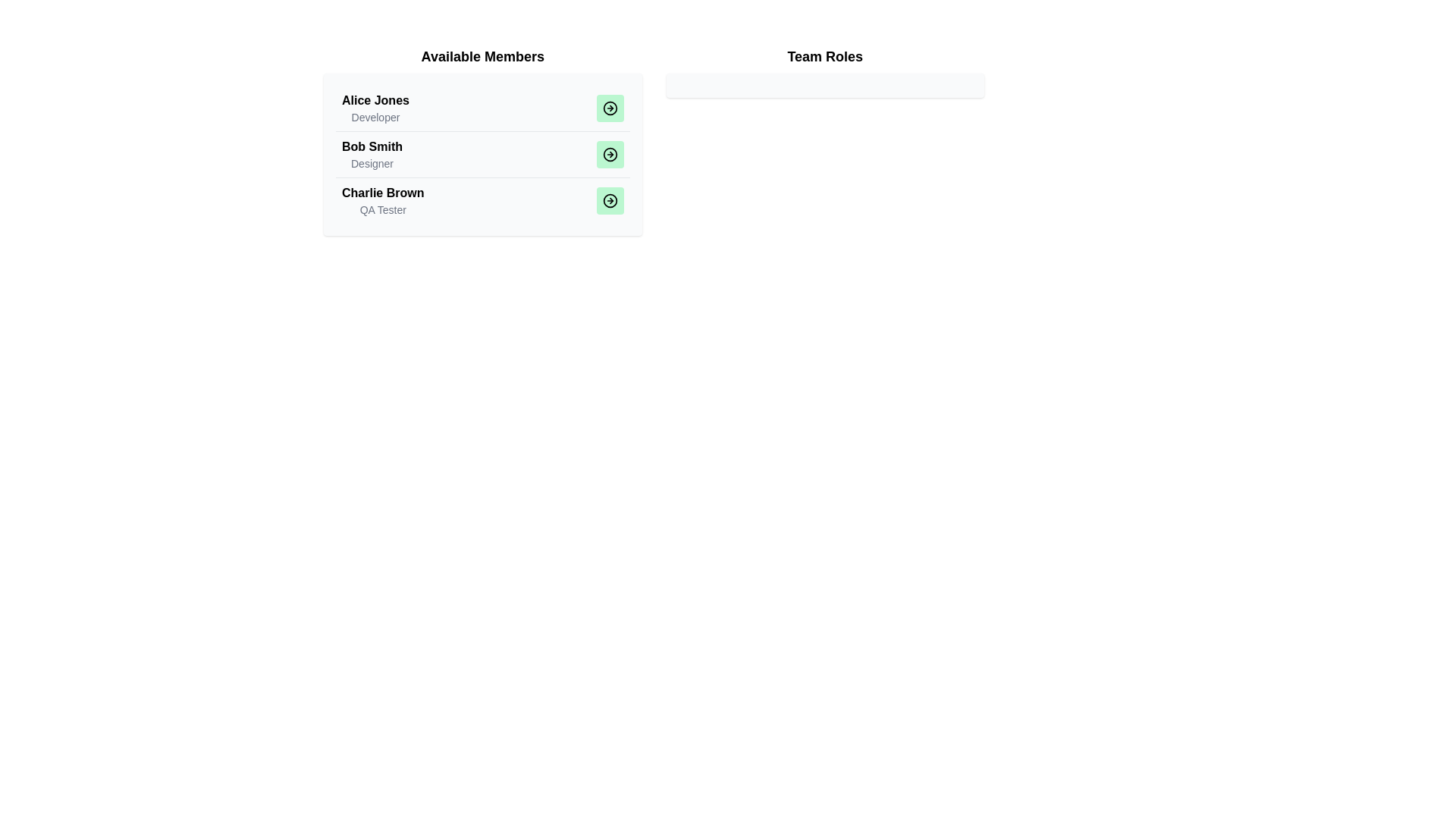 This screenshot has height=819, width=1456. I want to click on the red button next to a member in the 'Team Roles' section to transfer them back to 'Available Members', so click(610, 107).